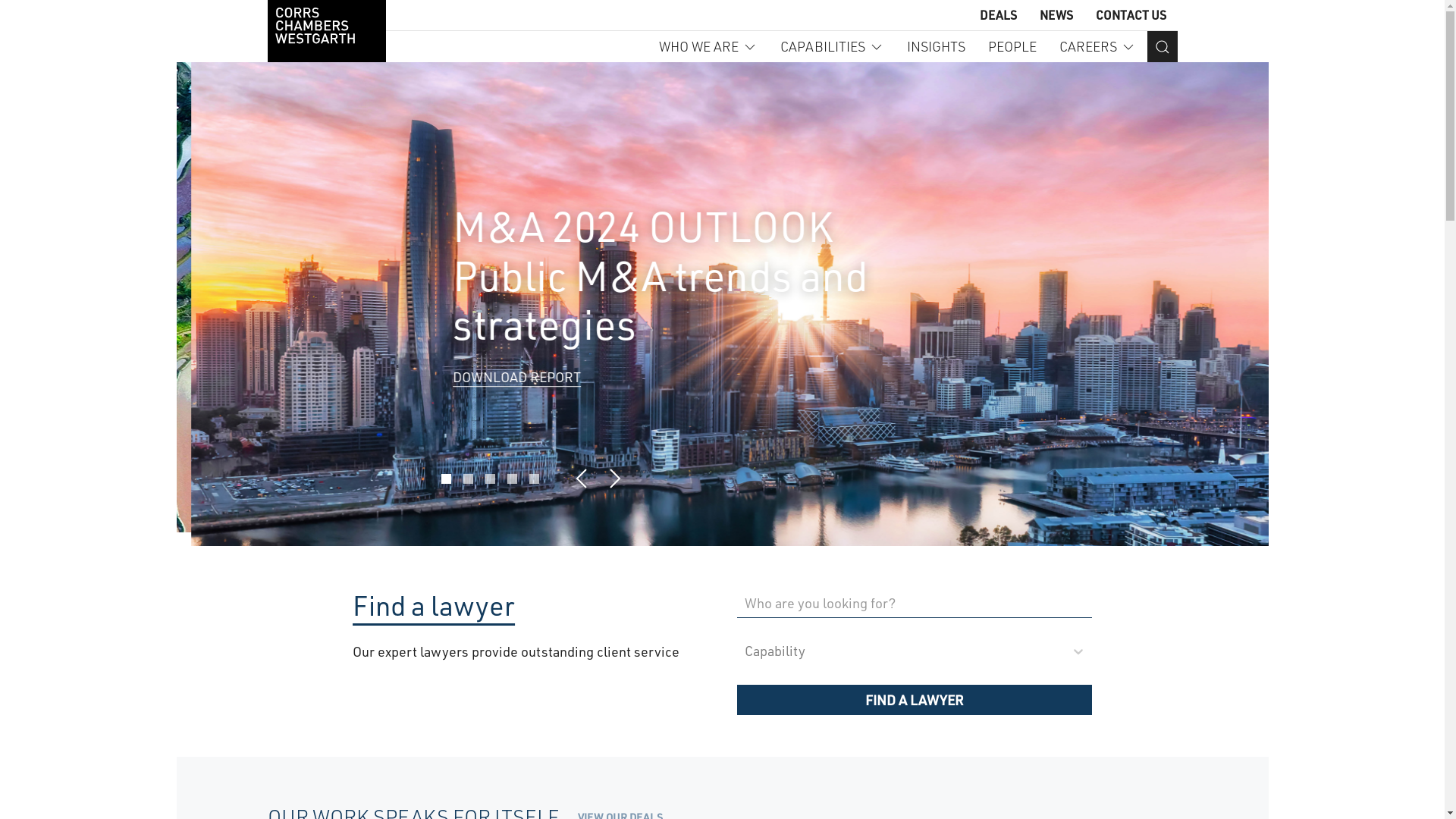 The width and height of the screenshot is (1456, 819). Describe the element at coordinates (935, 45) in the screenshot. I see `'INSIGHTS'` at that location.